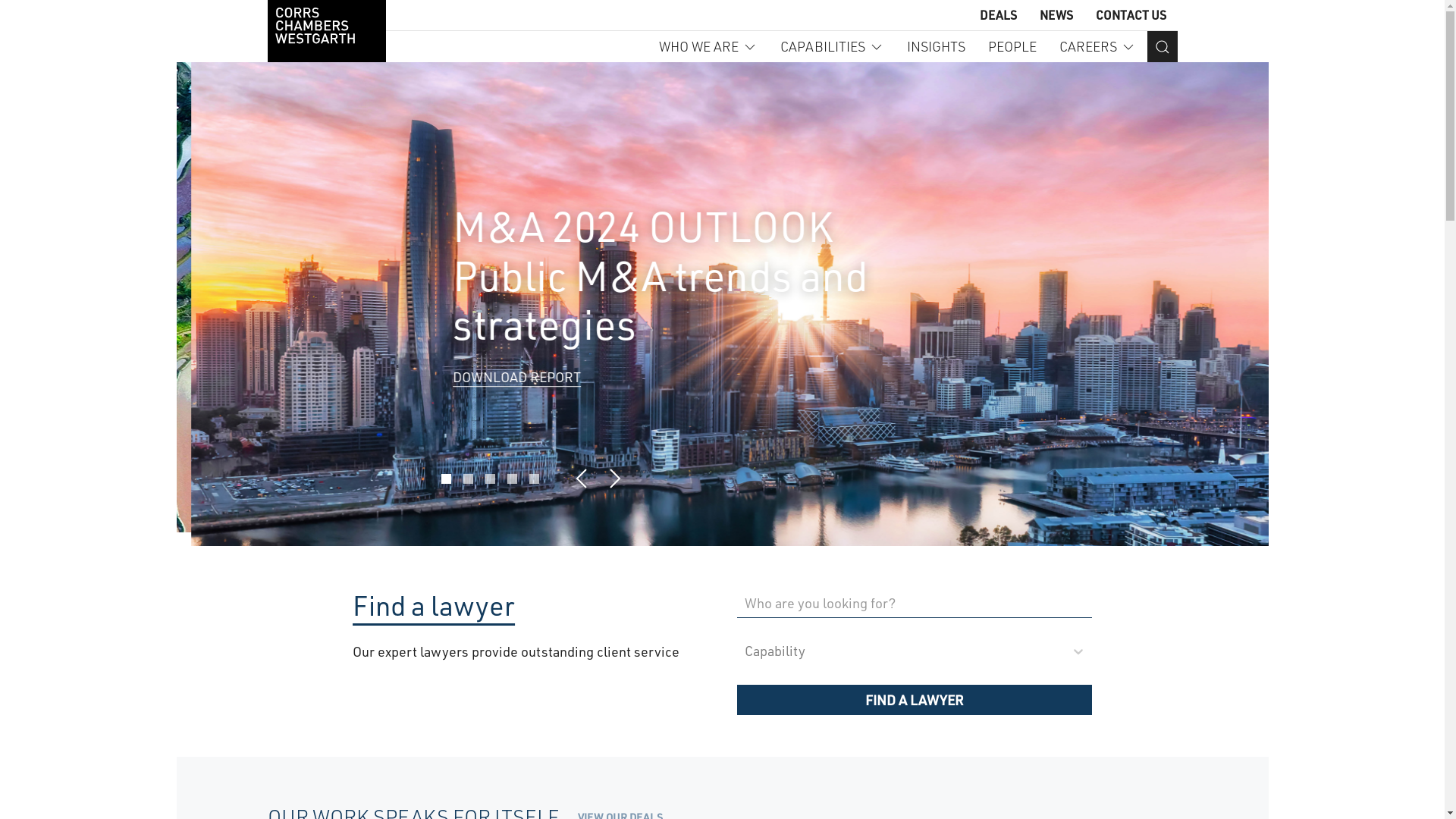 The width and height of the screenshot is (1456, 819). Describe the element at coordinates (935, 45) in the screenshot. I see `'INSIGHTS'` at that location.